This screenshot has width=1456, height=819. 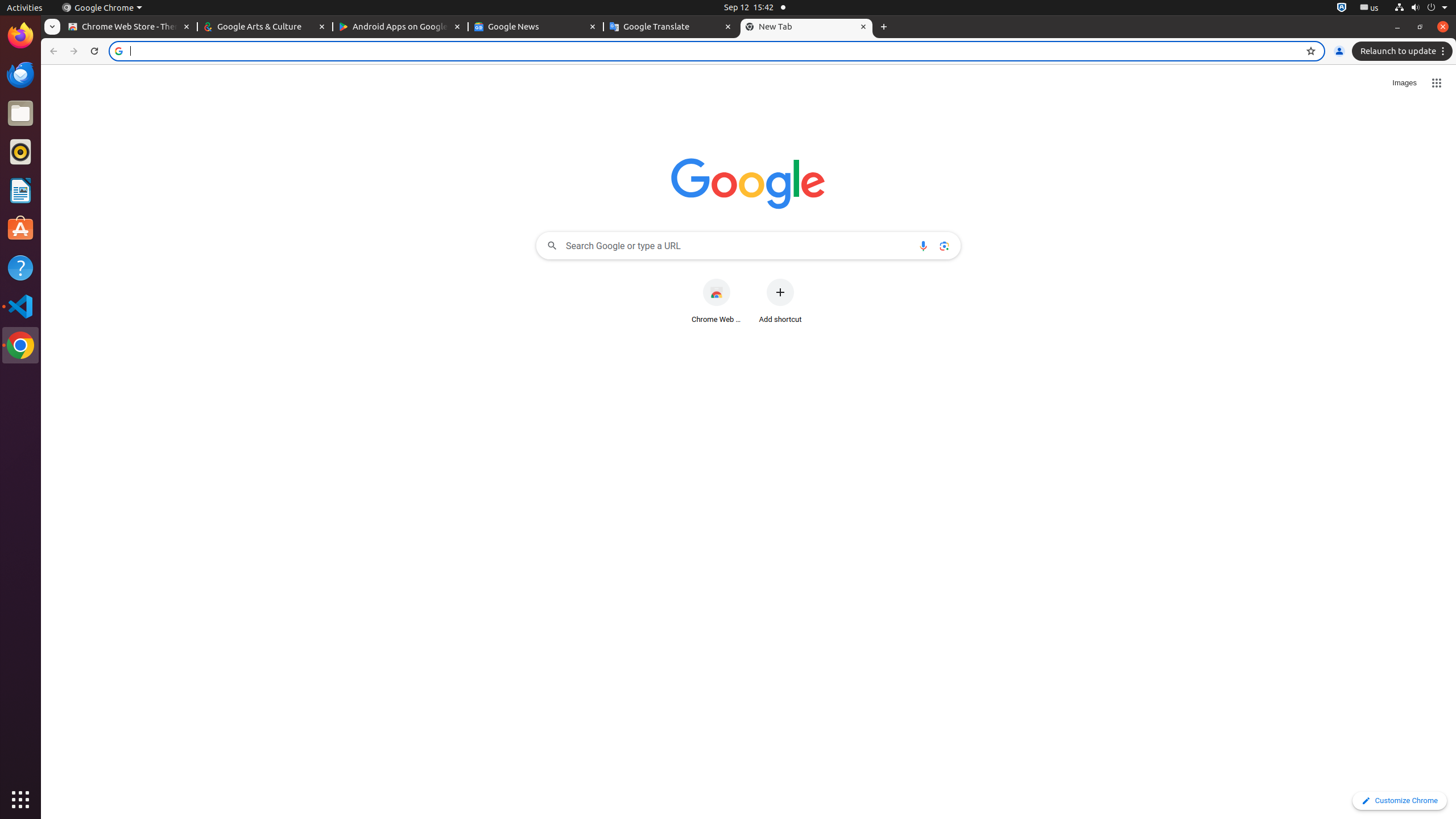 I want to click on 'Files', so click(x=20, y=113).